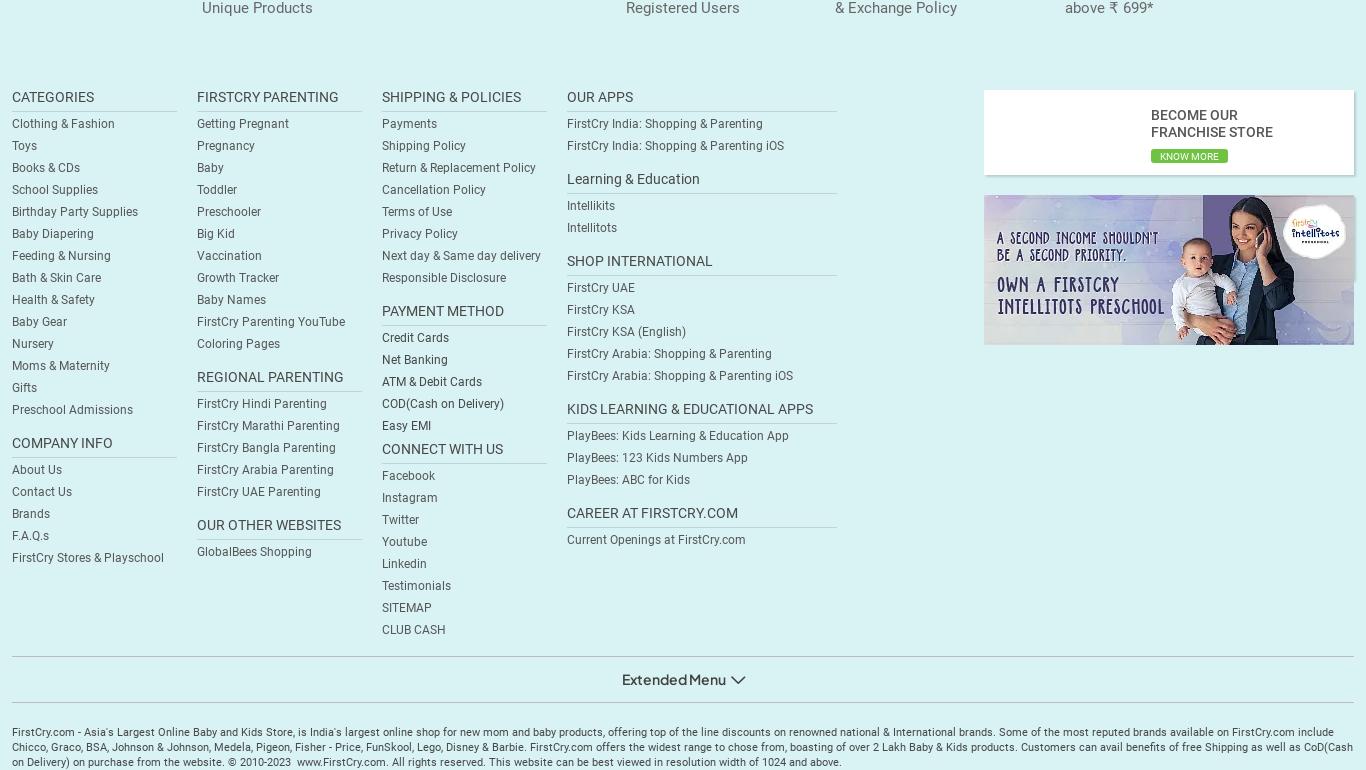 The height and width of the screenshot is (770, 1366). Describe the element at coordinates (380, 123) in the screenshot. I see `'Payments'` at that location.